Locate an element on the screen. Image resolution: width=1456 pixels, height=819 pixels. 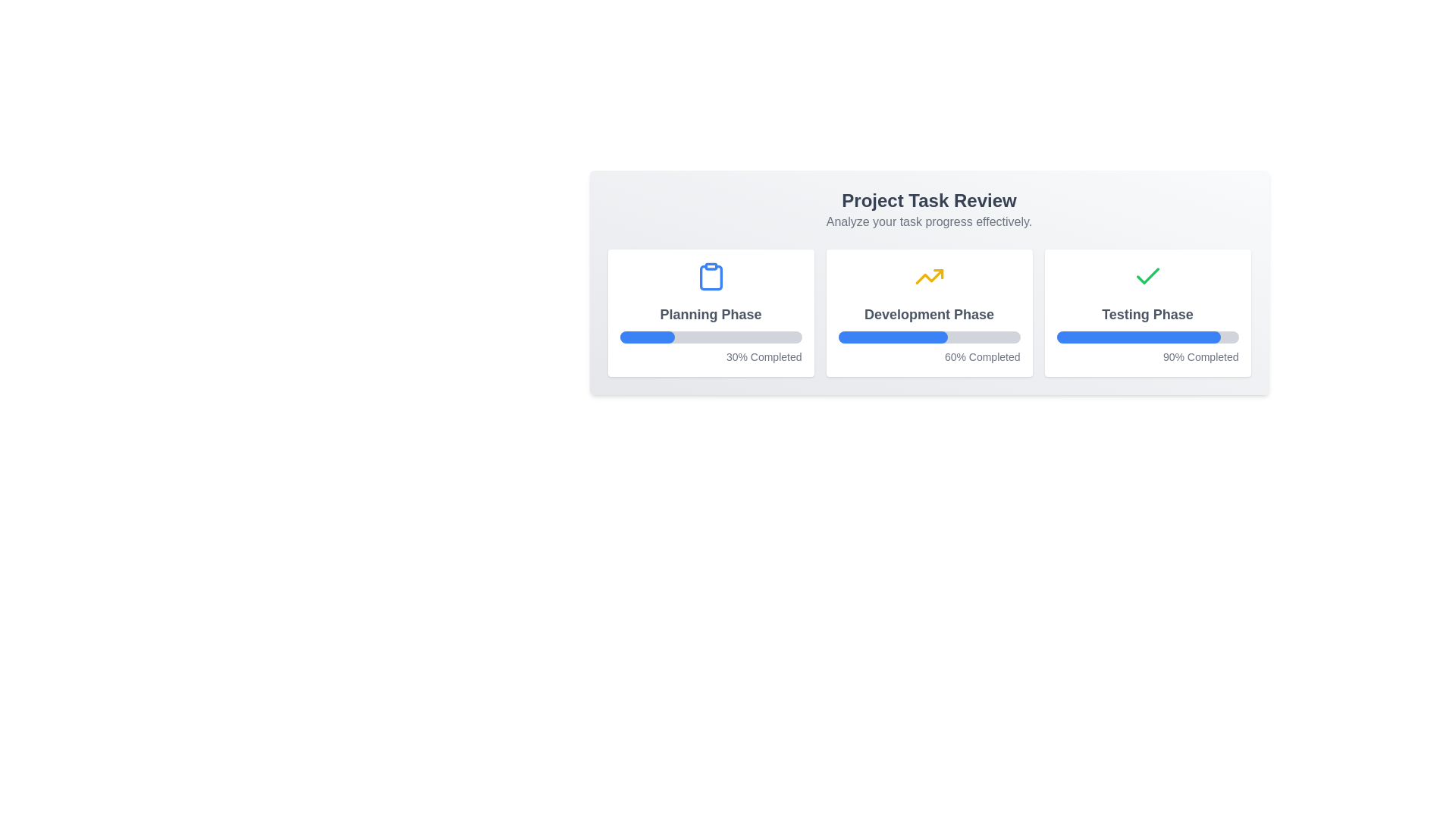
progress bar located below the 'Planning Phase' text and above the '30% Completed' label within the leftmost card, which has a gray background and a blue-filled section indicating 30% completion is located at coordinates (710, 336).